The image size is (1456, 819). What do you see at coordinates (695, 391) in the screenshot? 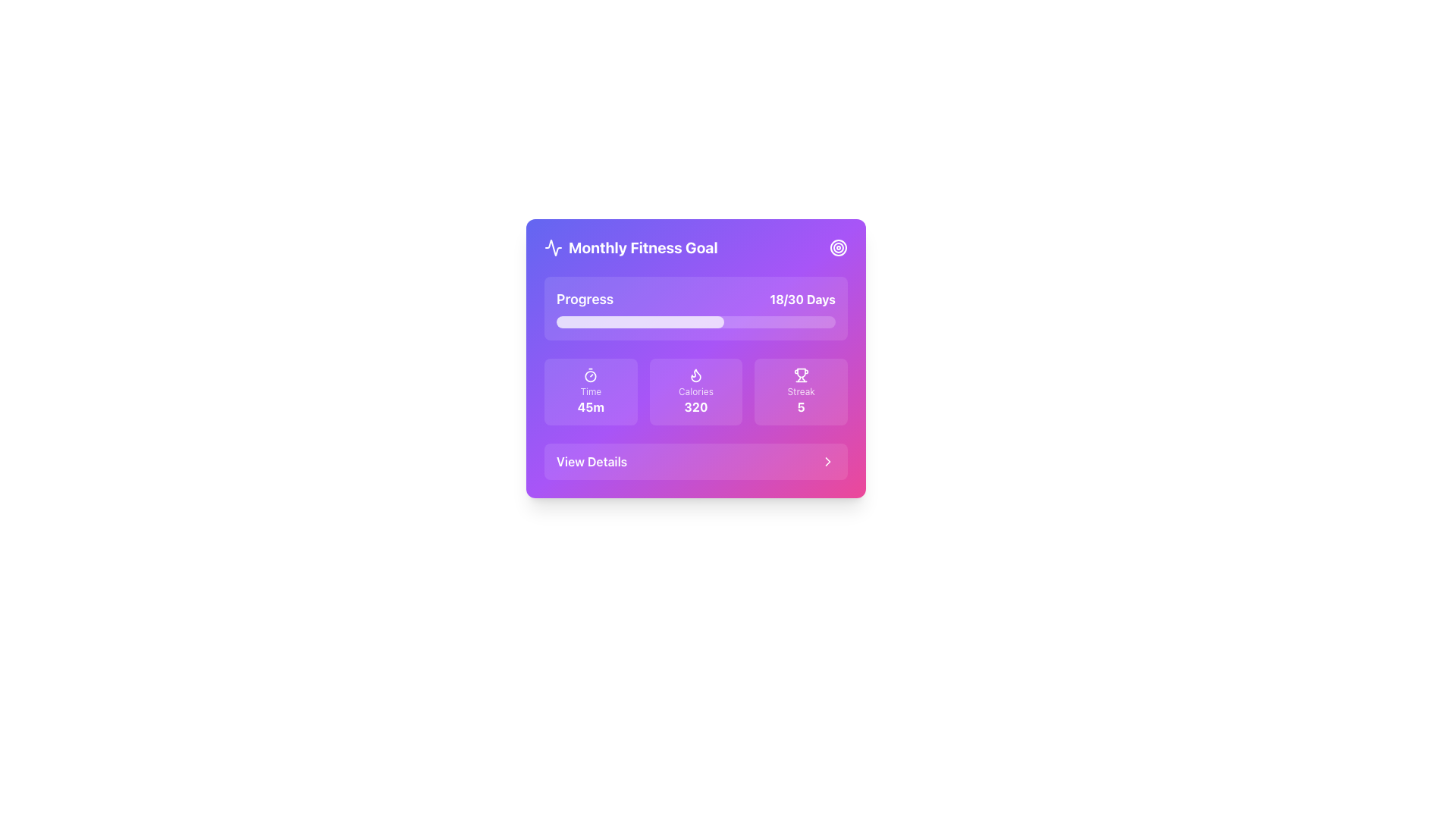
I see `the calorie consumption data displayed on the informational card-style element located centrally in the second column of the three-column grid layout` at bounding box center [695, 391].